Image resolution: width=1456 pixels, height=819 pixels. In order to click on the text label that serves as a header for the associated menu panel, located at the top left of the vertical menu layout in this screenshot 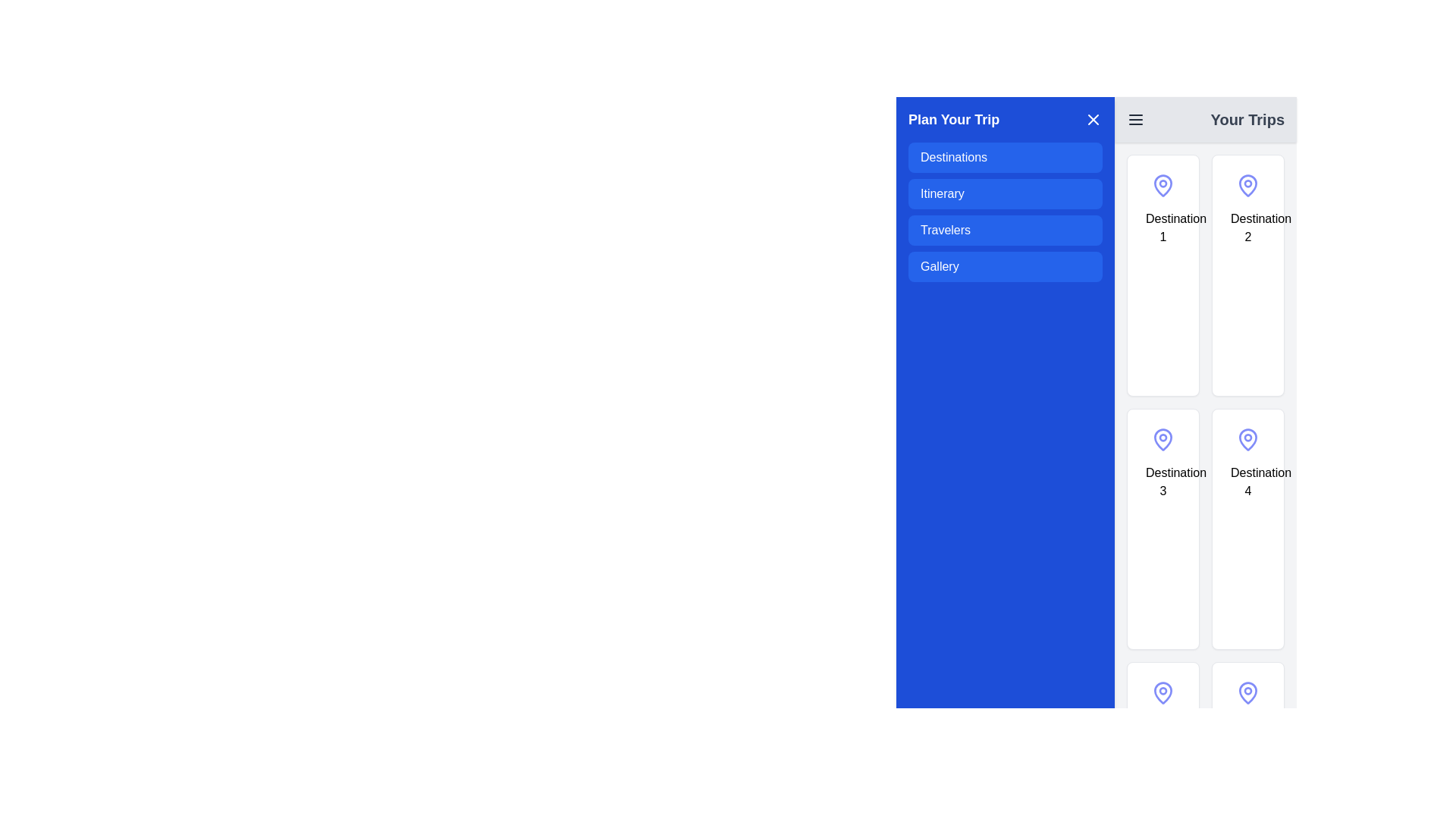, I will do `click(953, 119)`.